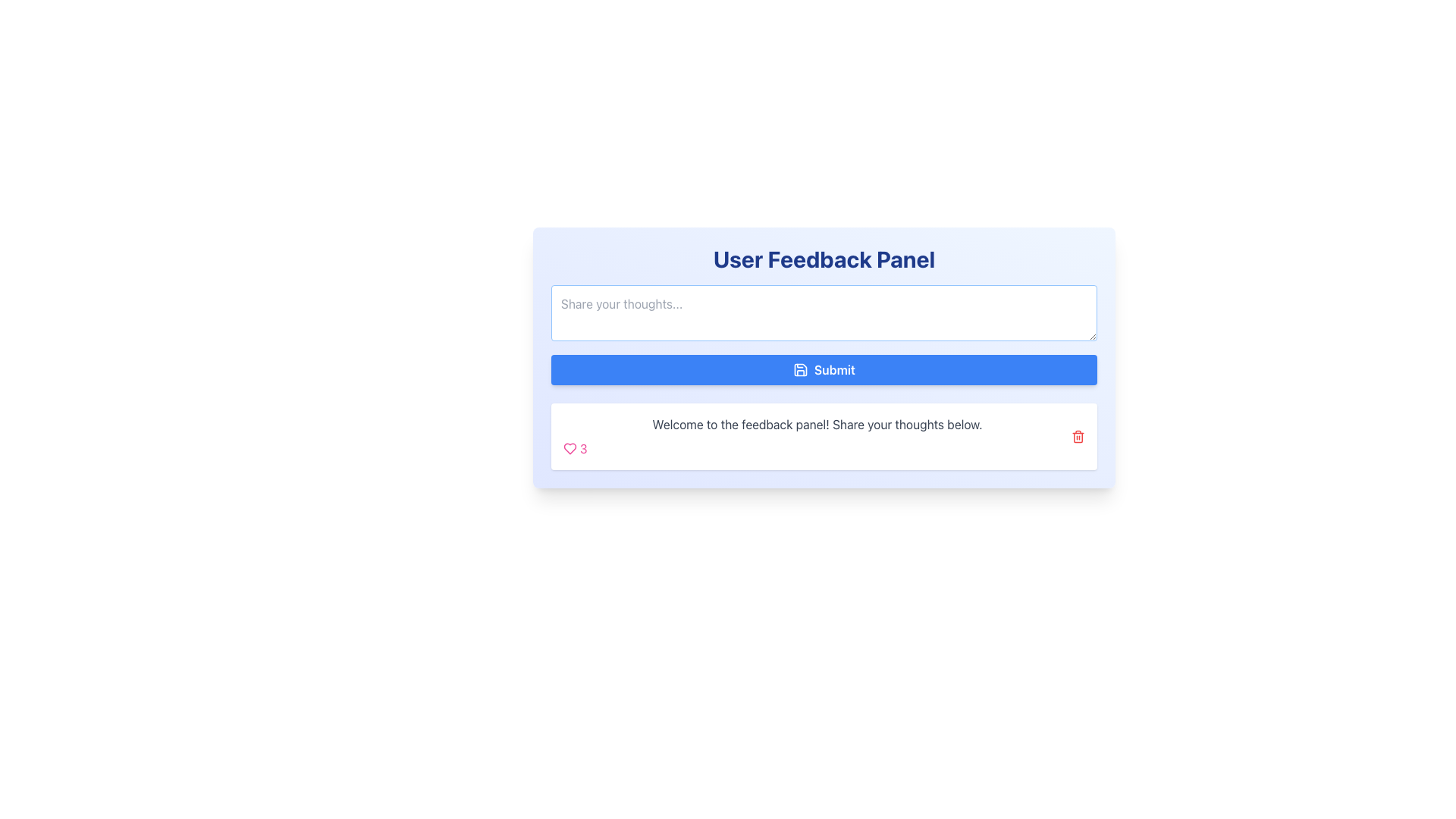  I want to click on the rectangular blue 'Submit' button with a save icon on the left and white text on the right, so click(823, 370).